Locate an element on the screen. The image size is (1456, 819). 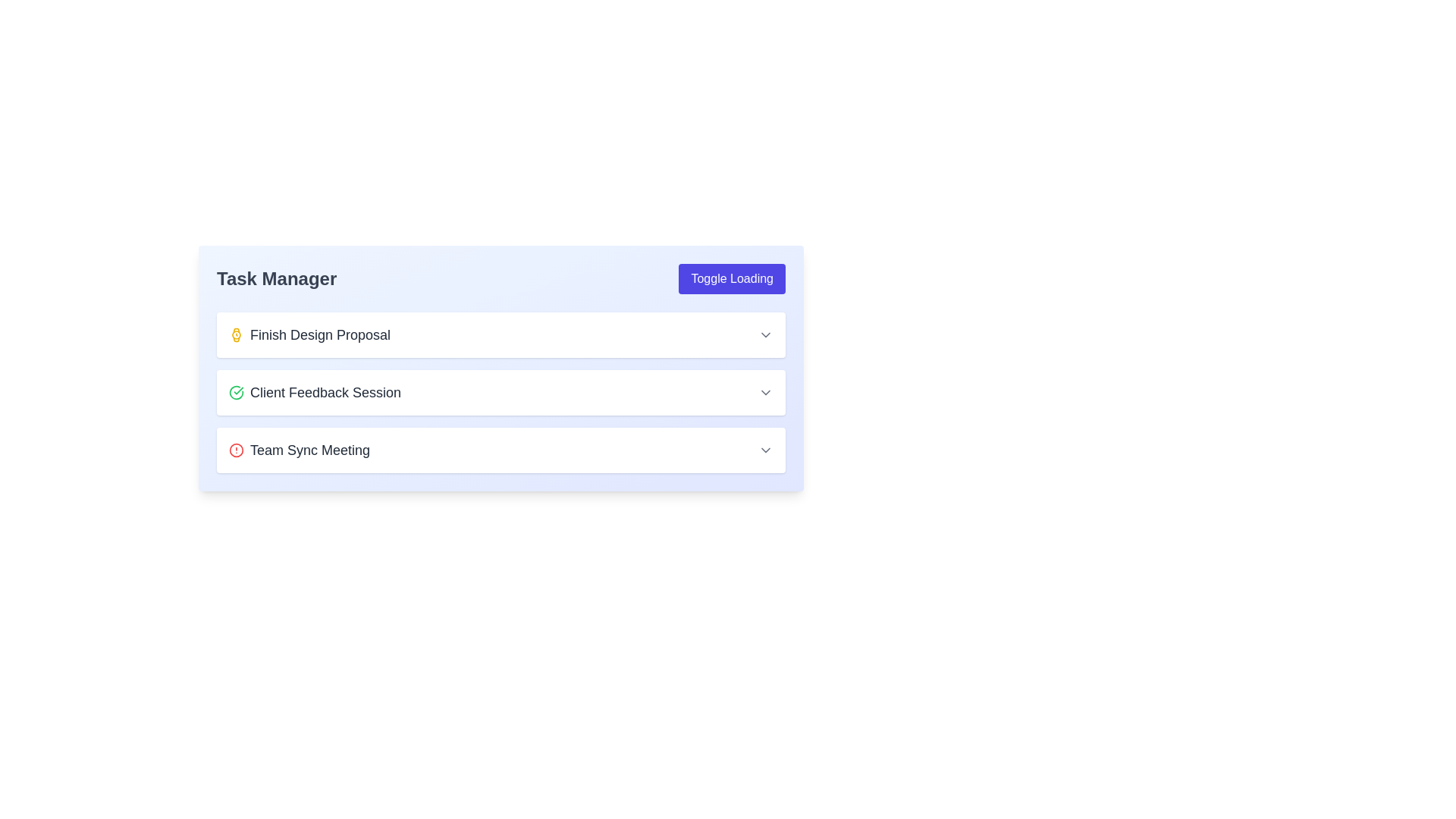
the 'Team Sync Meeting' task item in the Task Manager is located at coordinates (501, 450).